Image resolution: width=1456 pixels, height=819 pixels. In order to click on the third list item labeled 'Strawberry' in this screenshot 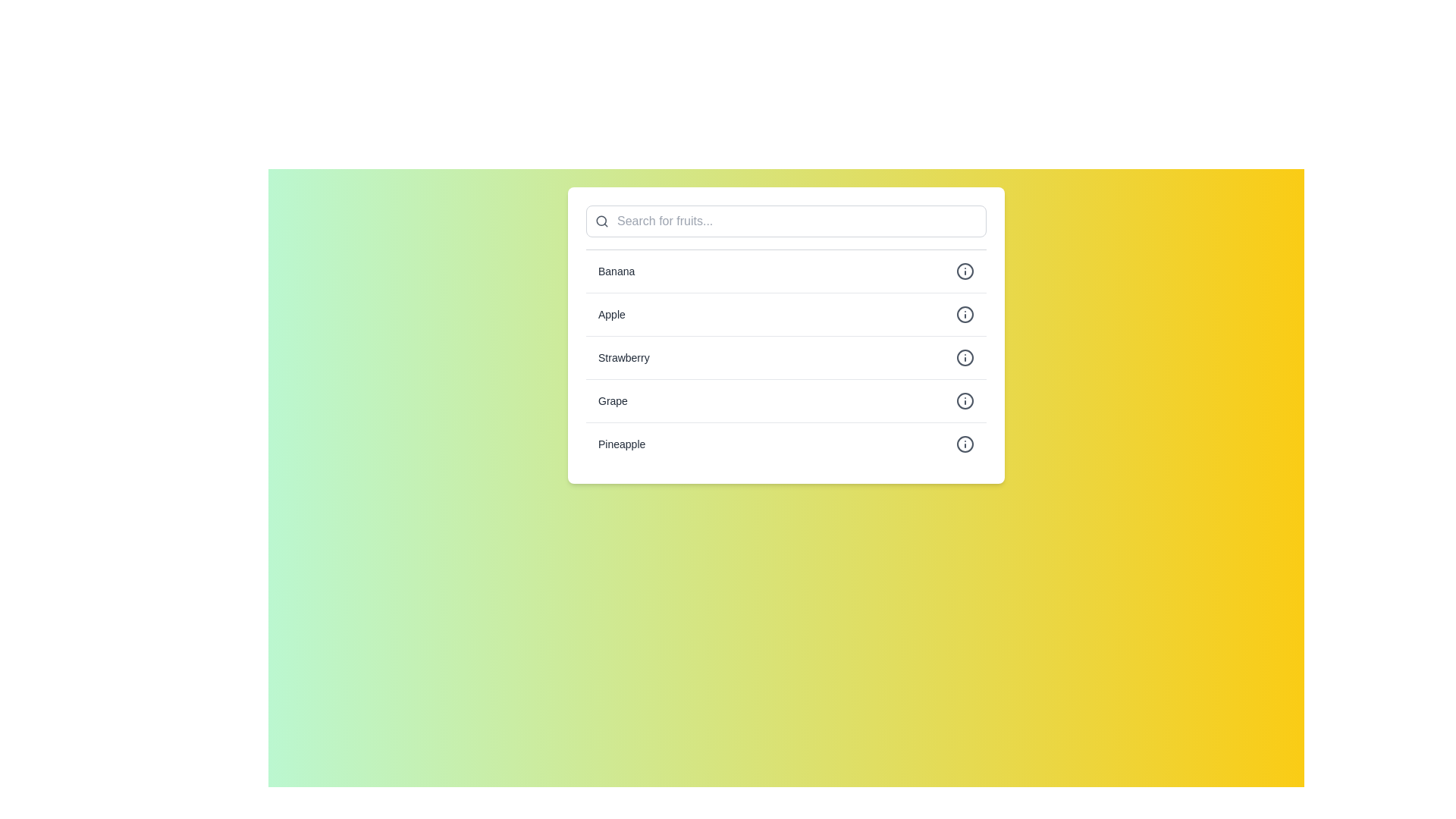, I will do `click(786, 356)`.